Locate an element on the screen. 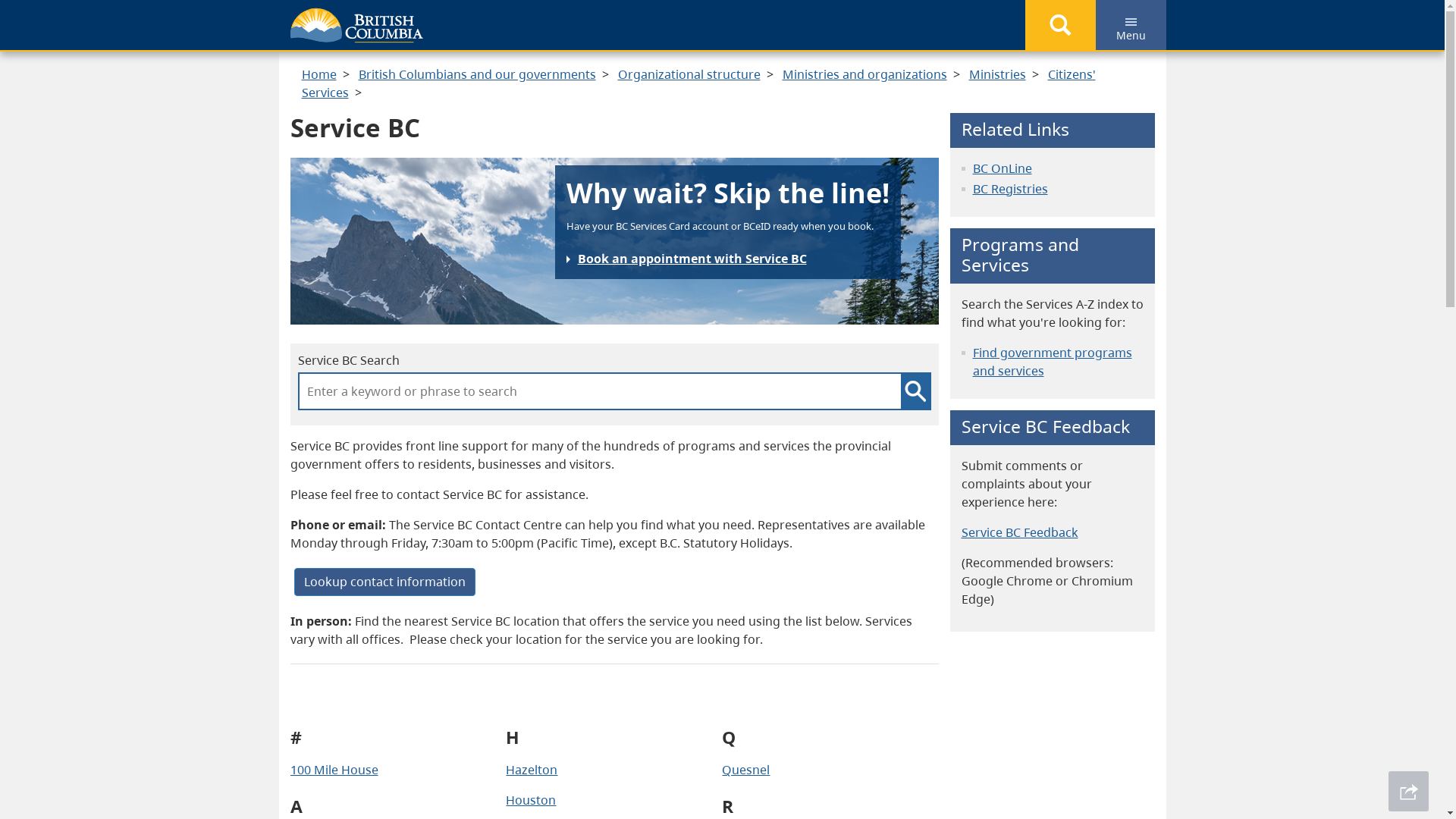  'Ministries and organizations' is located at coordinates (864, 74).